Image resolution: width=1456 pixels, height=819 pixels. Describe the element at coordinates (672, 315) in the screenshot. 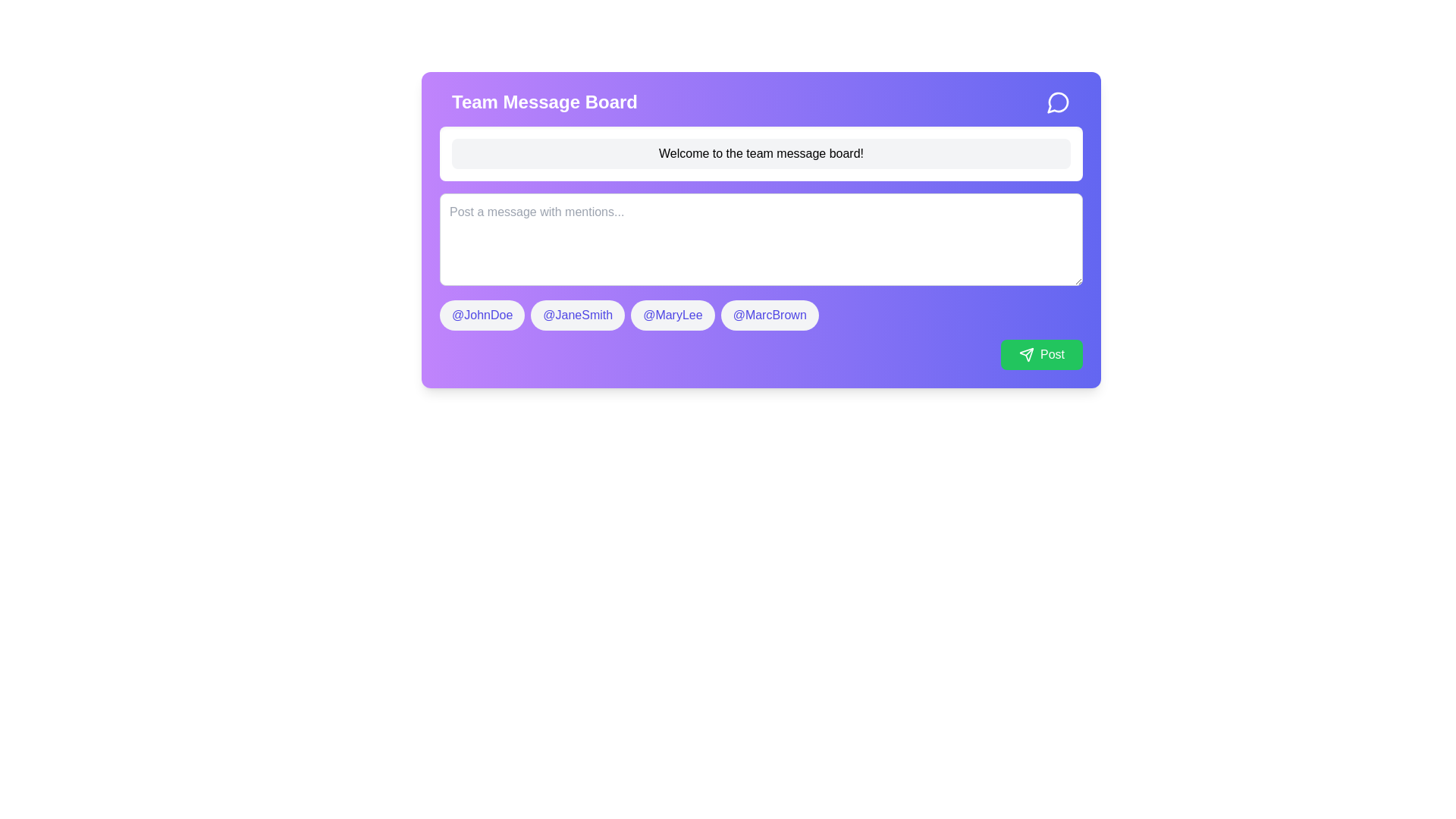

I see `the third button in a horizontal list of buttons, which serves as an interactive mention tag for the user '@MaryLee'` at that location.